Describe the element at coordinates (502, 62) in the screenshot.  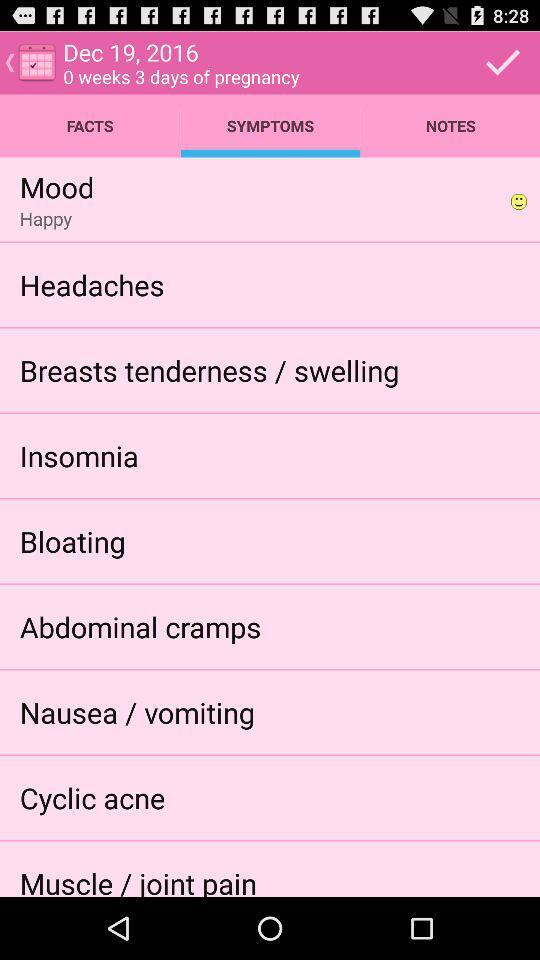
I see `app next to 0 weeks 3 icon` at that location.